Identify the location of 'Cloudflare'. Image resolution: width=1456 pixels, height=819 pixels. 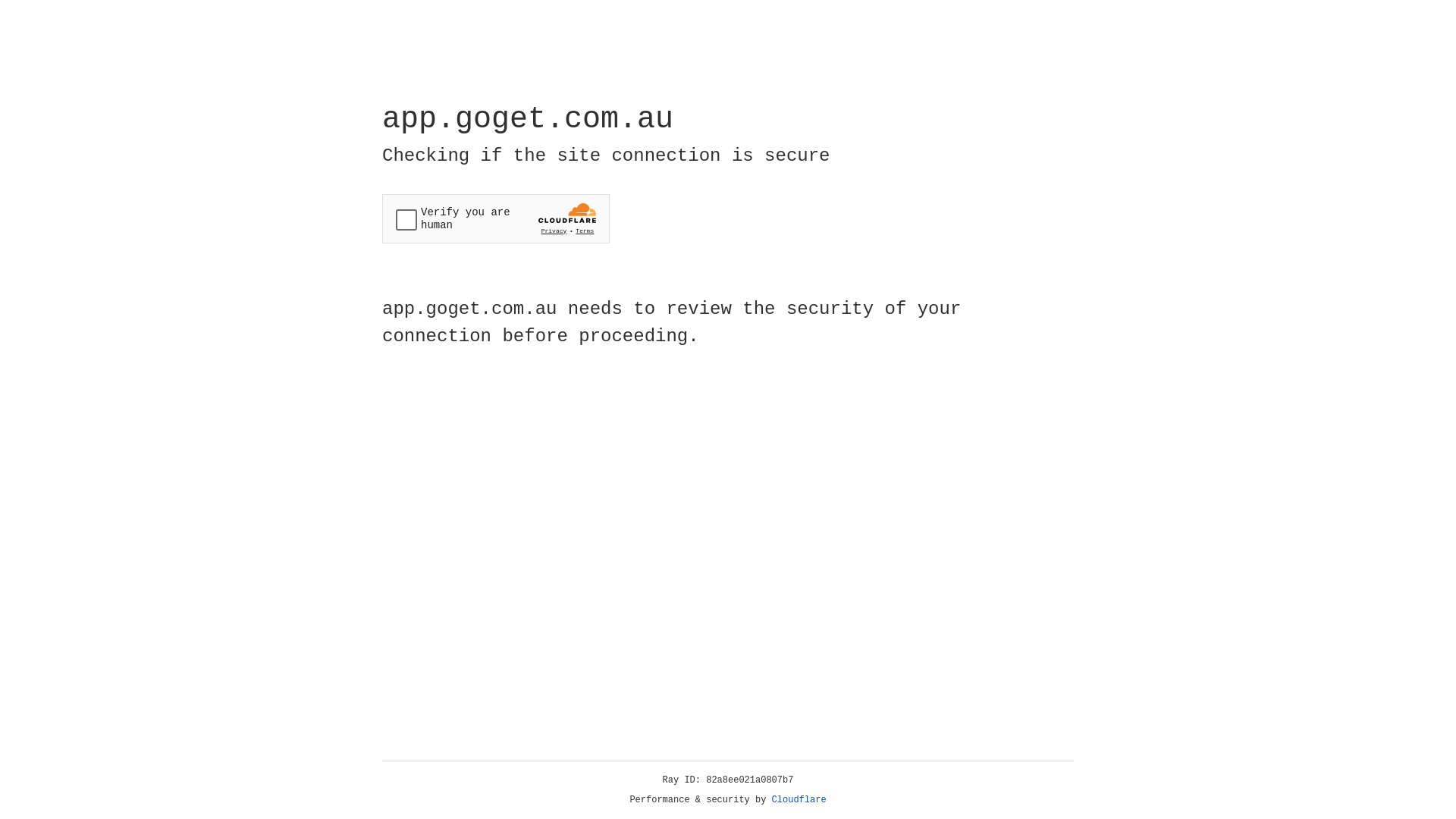
(771, 799).